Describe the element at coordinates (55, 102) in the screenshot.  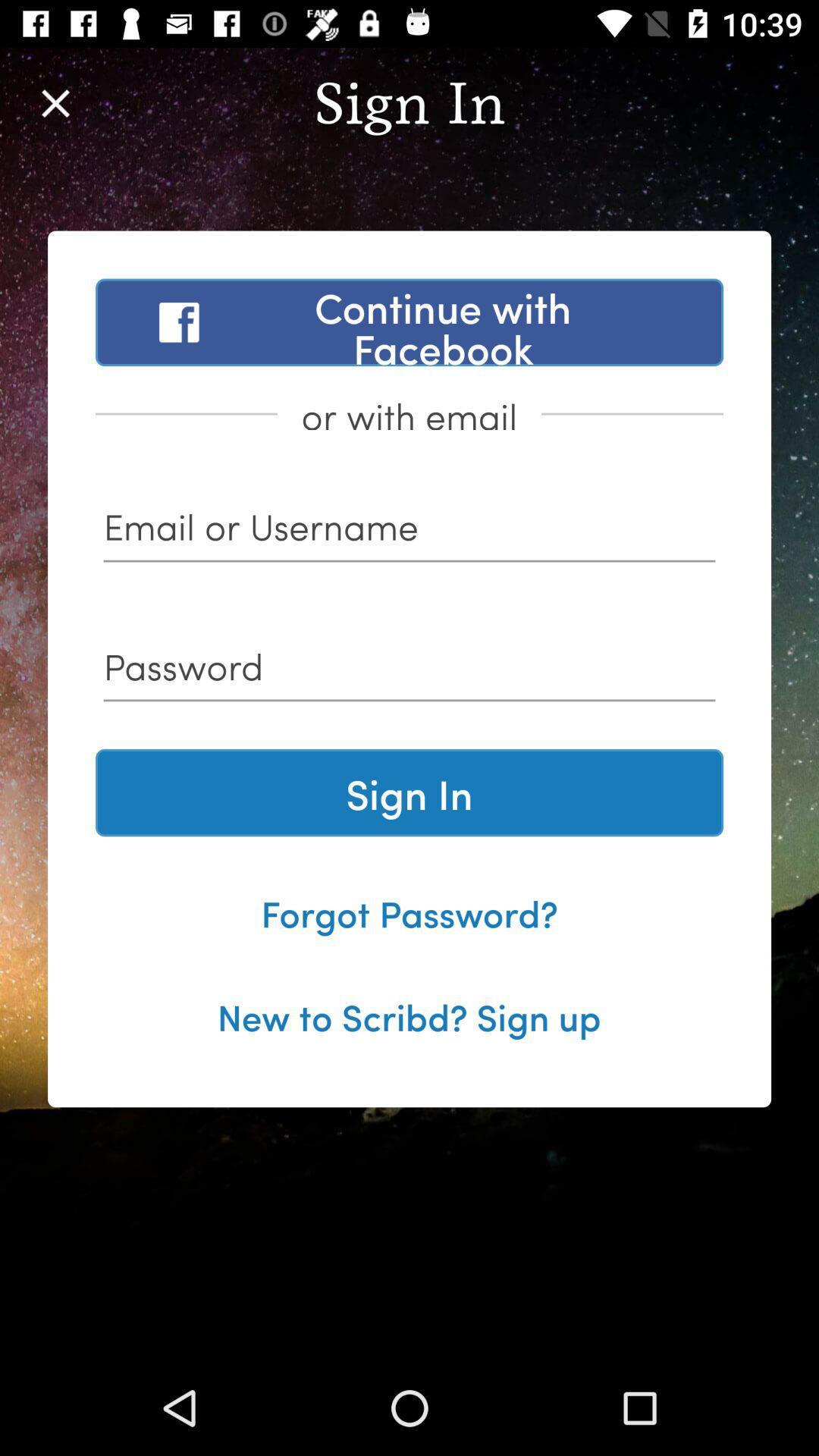
I see `the icon above continue with facebook` at that location.